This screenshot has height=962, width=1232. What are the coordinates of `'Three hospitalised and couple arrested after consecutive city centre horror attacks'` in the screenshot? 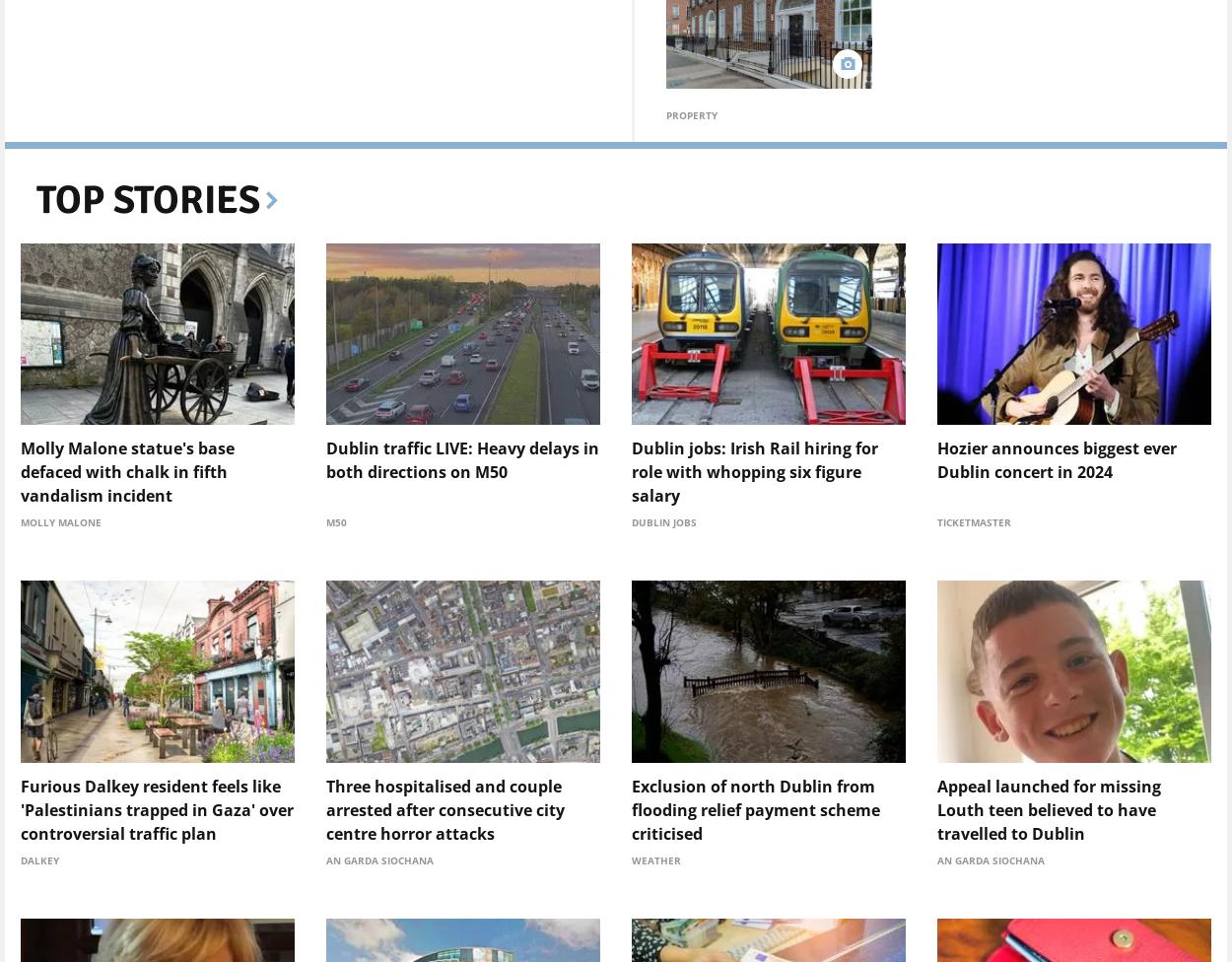 It's located at (444, 809).